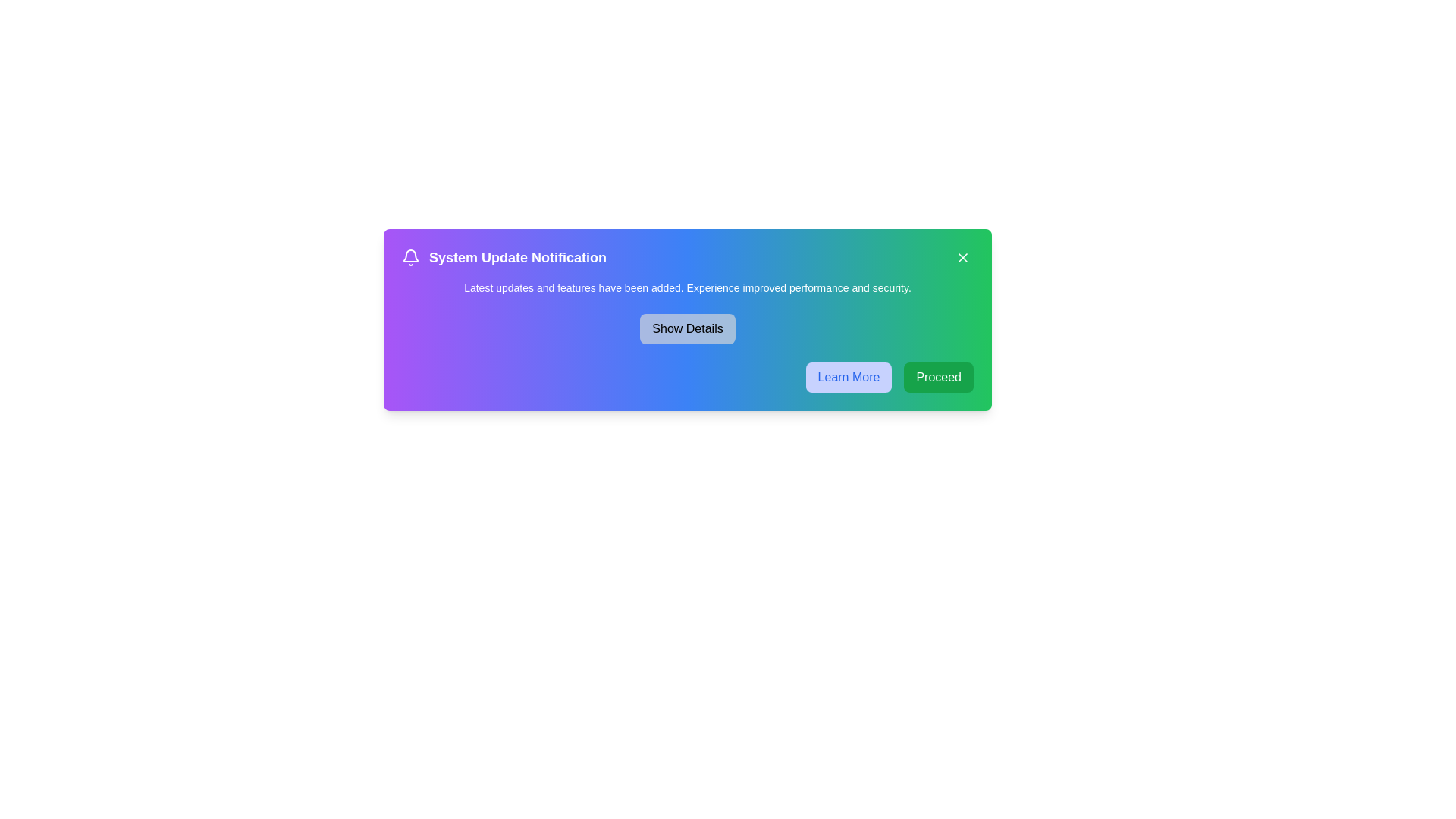 The height and width of the screenshot is (819, 1456). Describe the element at coordinates (687, 318) in the screenshot. I see `displayed message in the Notification dialog box, which is centrally positioned beneath the title and above the action buttons` at that location.